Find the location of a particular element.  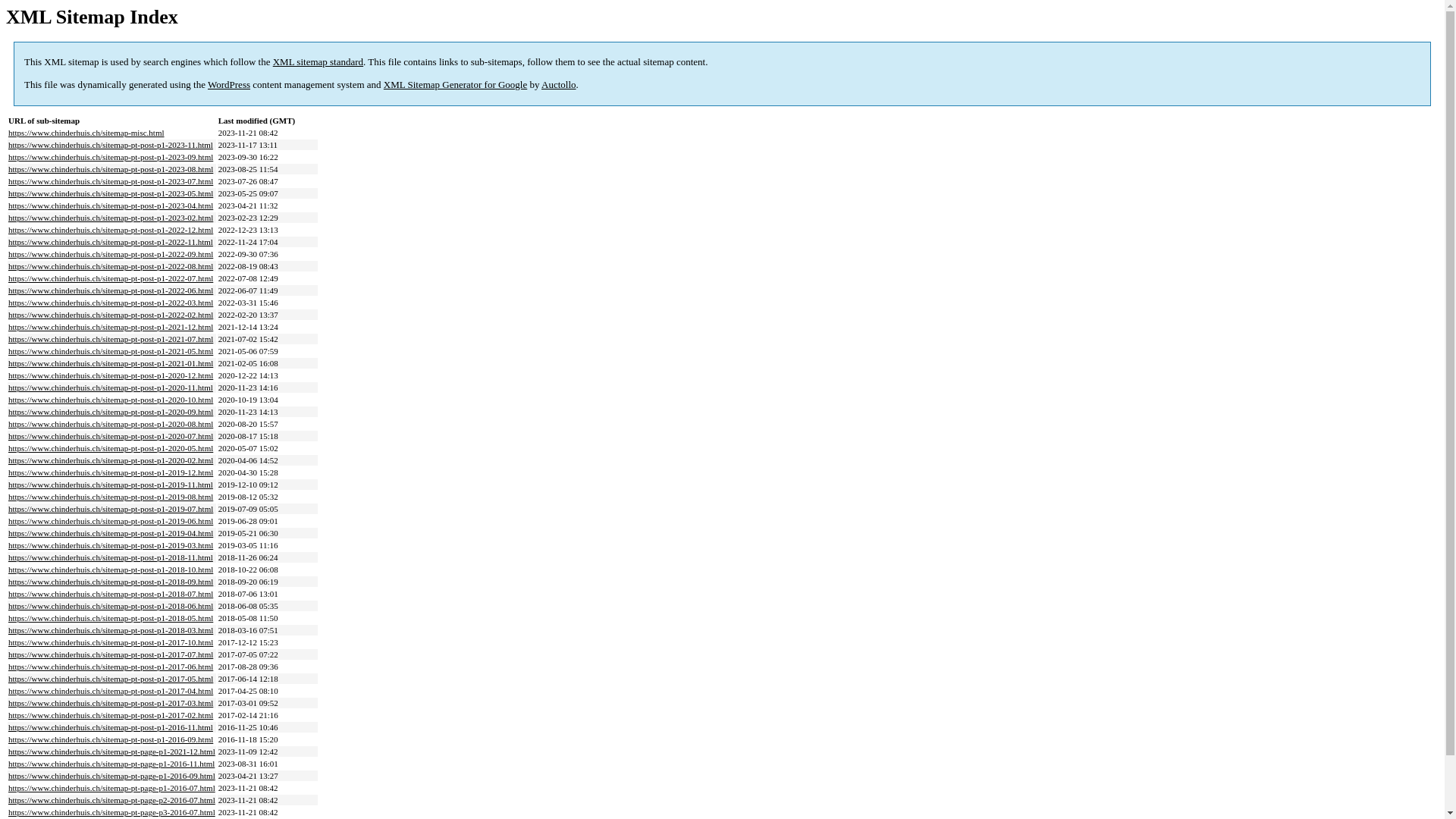

'https://www.chinderhuis.ch/sitemap-pt-post-p1-2022-03.html' is located at coordinates (8, 302).